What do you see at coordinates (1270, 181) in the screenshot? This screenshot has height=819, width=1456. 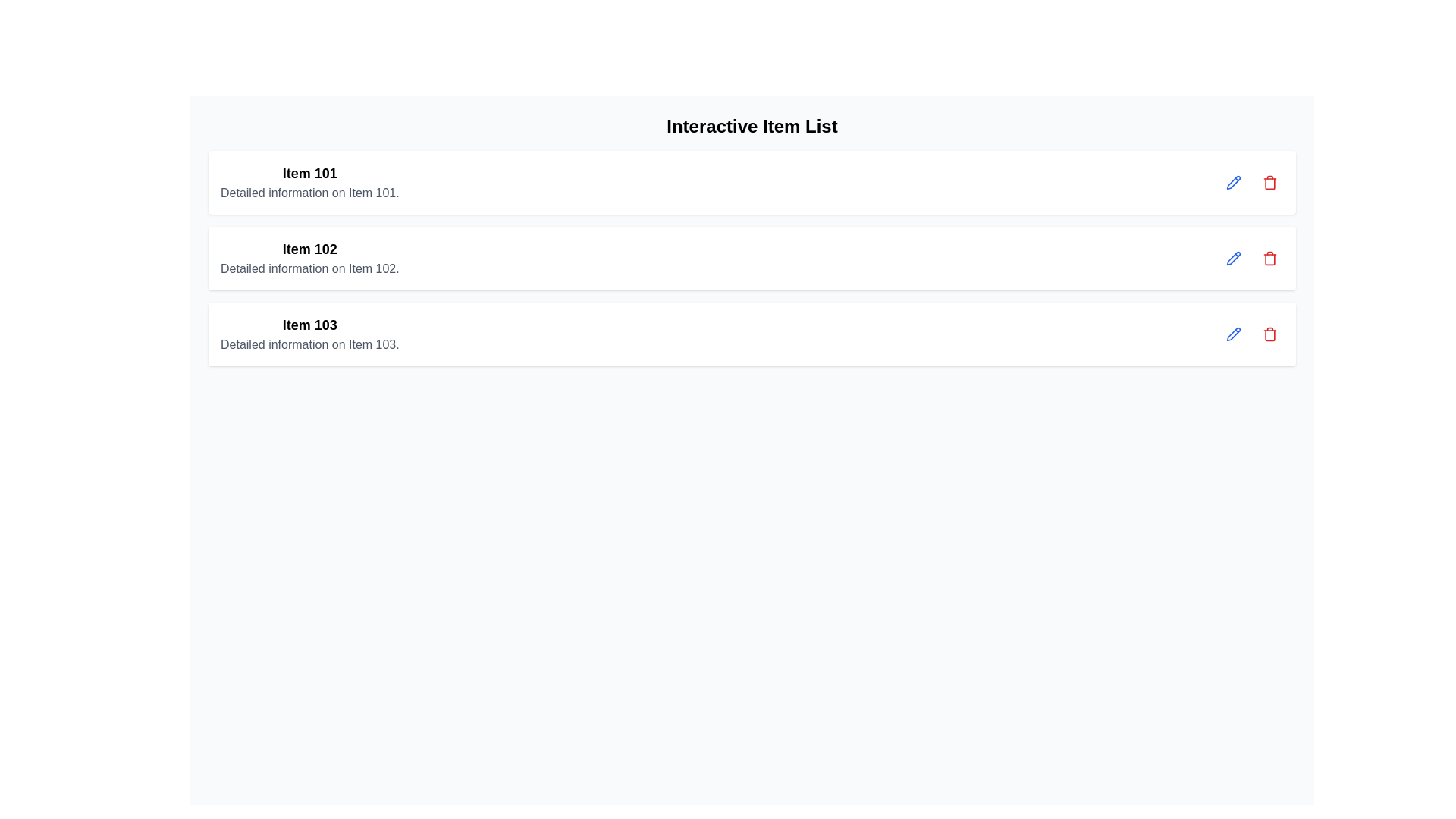 I see `the red trash can icon button located on the right side of the row titled 'Item 101'` at bounding box center [1270, 181].